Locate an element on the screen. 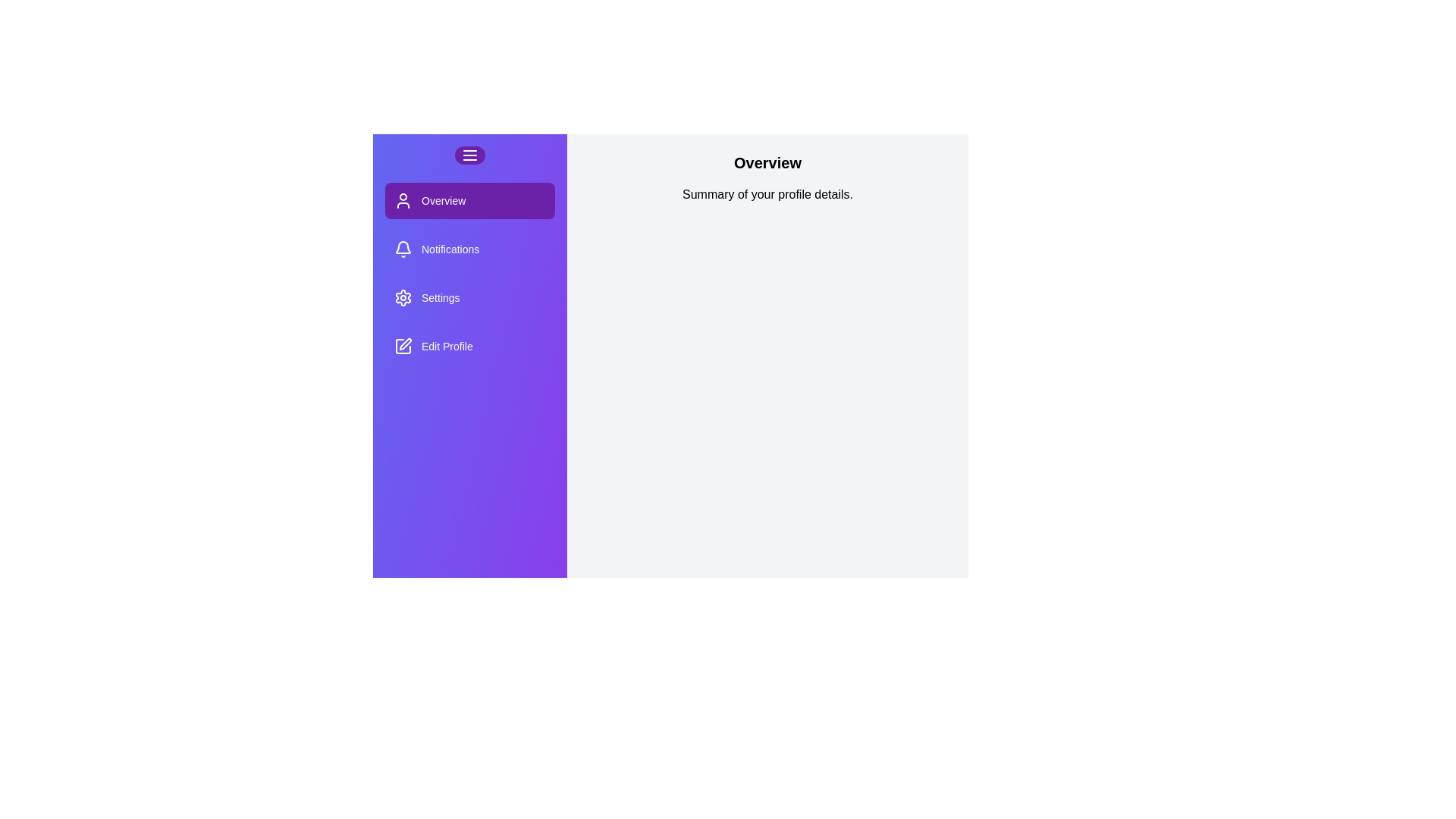  the Edit Profile section from the menu is located at coordinates (469, 346).